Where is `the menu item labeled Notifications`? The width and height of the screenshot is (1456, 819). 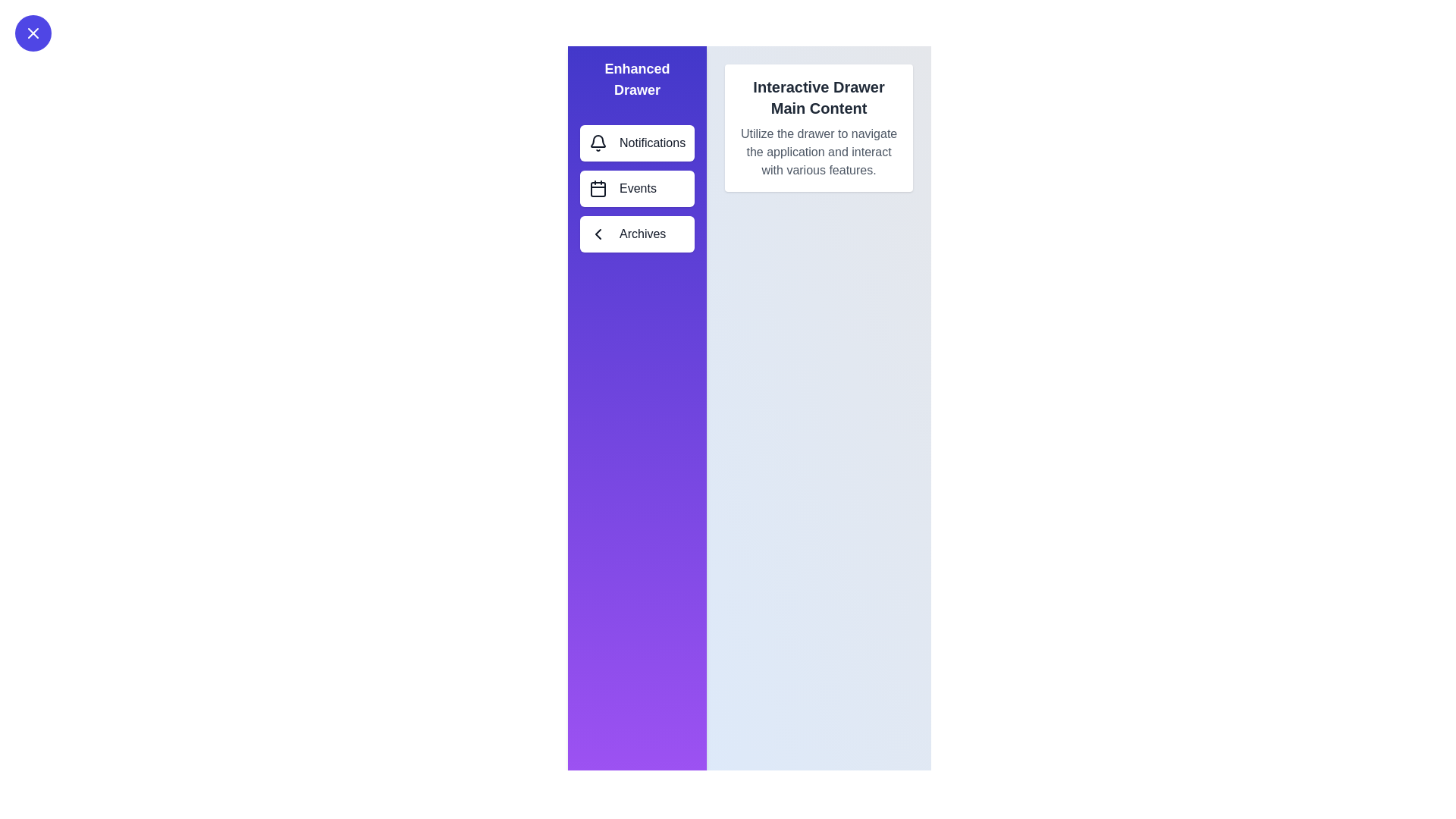
the menu item labeled Notifications is located at coordinates (637, 143).